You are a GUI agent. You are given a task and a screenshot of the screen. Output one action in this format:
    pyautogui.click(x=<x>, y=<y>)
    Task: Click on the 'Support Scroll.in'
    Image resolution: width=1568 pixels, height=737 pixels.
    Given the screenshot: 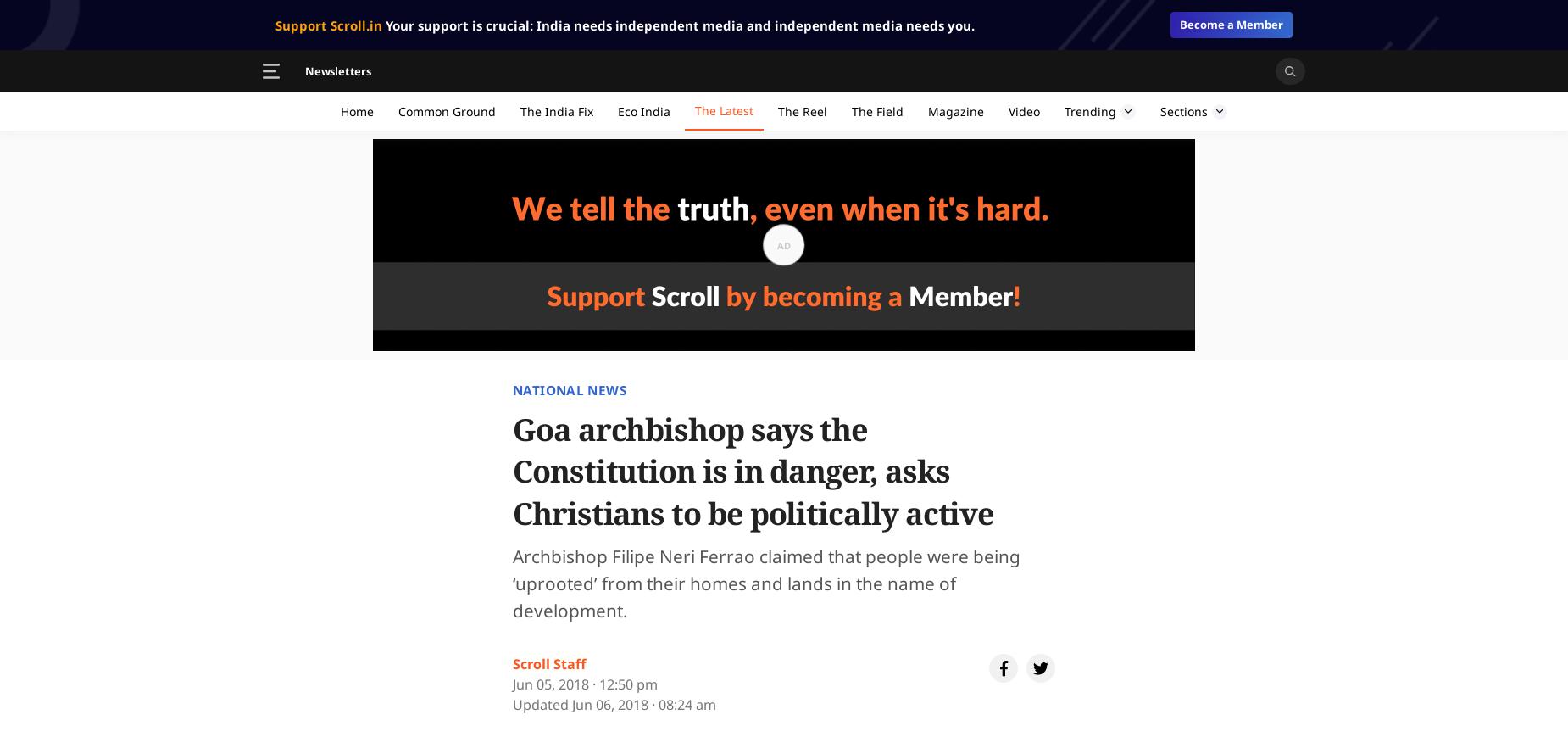 What is the action you would take?
    pyautogui.click(x=327, y=24)
    